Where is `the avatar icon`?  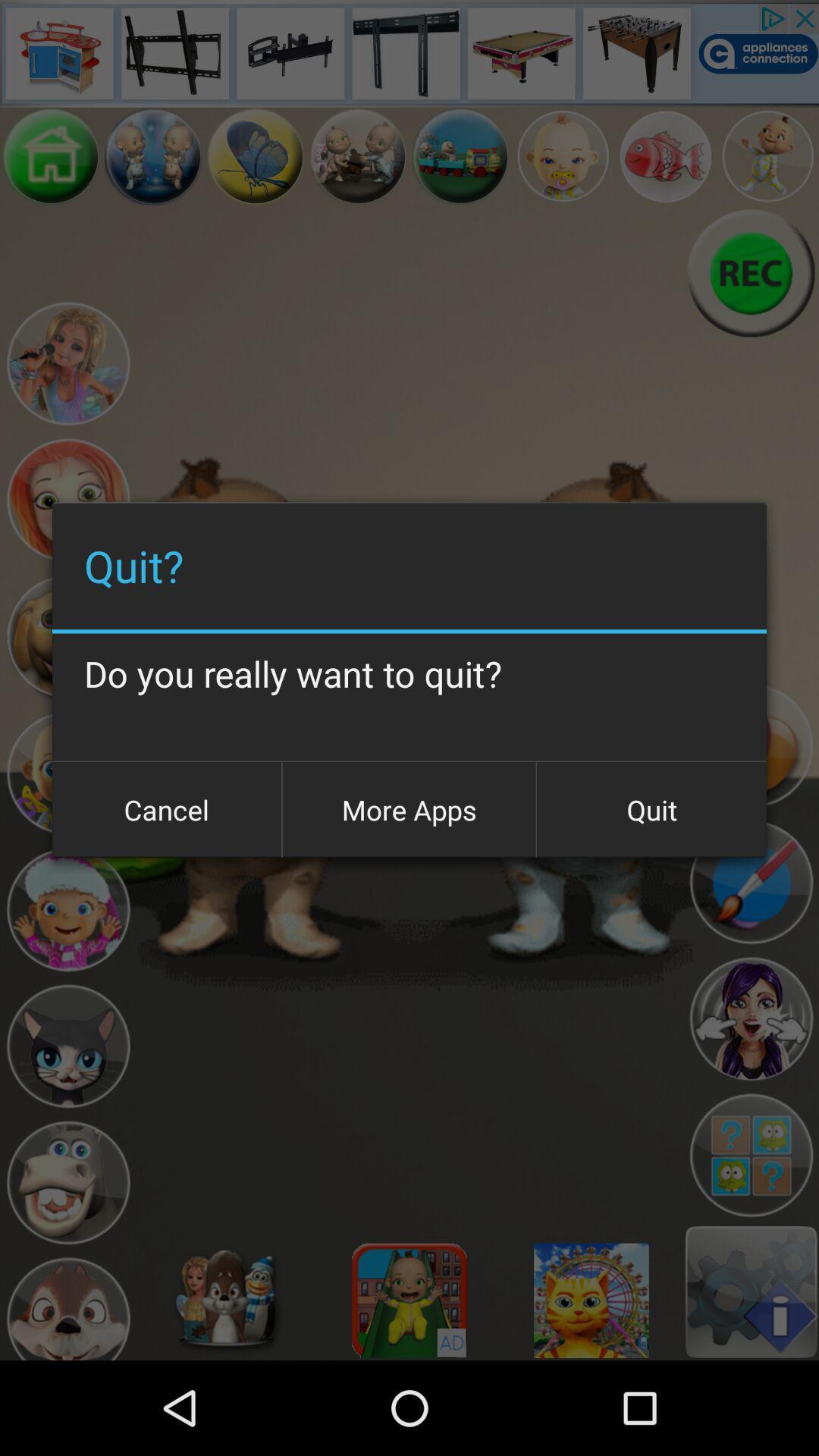
the avatar icon is located at coordinates (767, 167).